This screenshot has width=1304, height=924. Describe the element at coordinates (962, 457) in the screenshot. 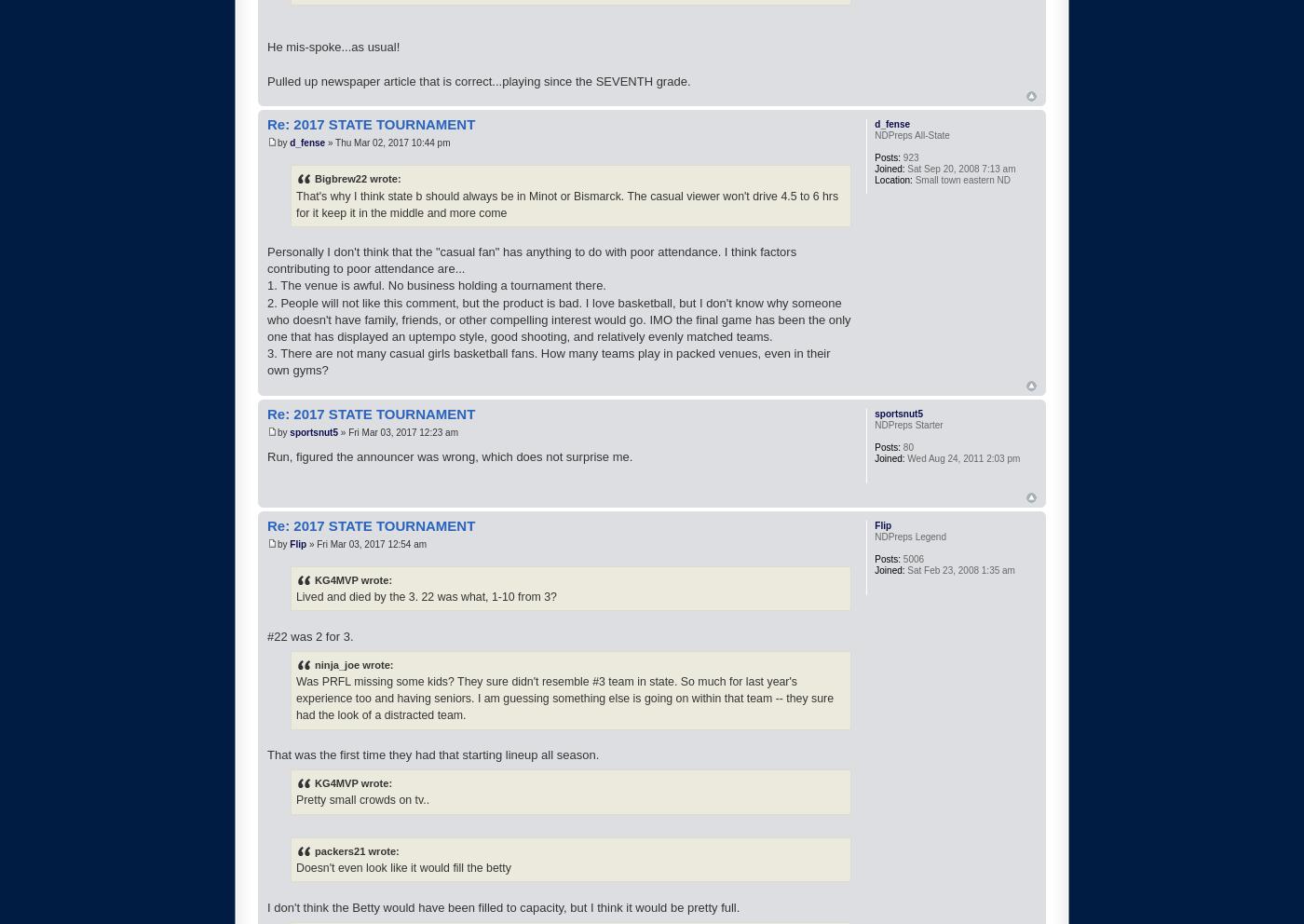

I see `'Wed Aug 24, 2011 2:03 pm'` at that location.